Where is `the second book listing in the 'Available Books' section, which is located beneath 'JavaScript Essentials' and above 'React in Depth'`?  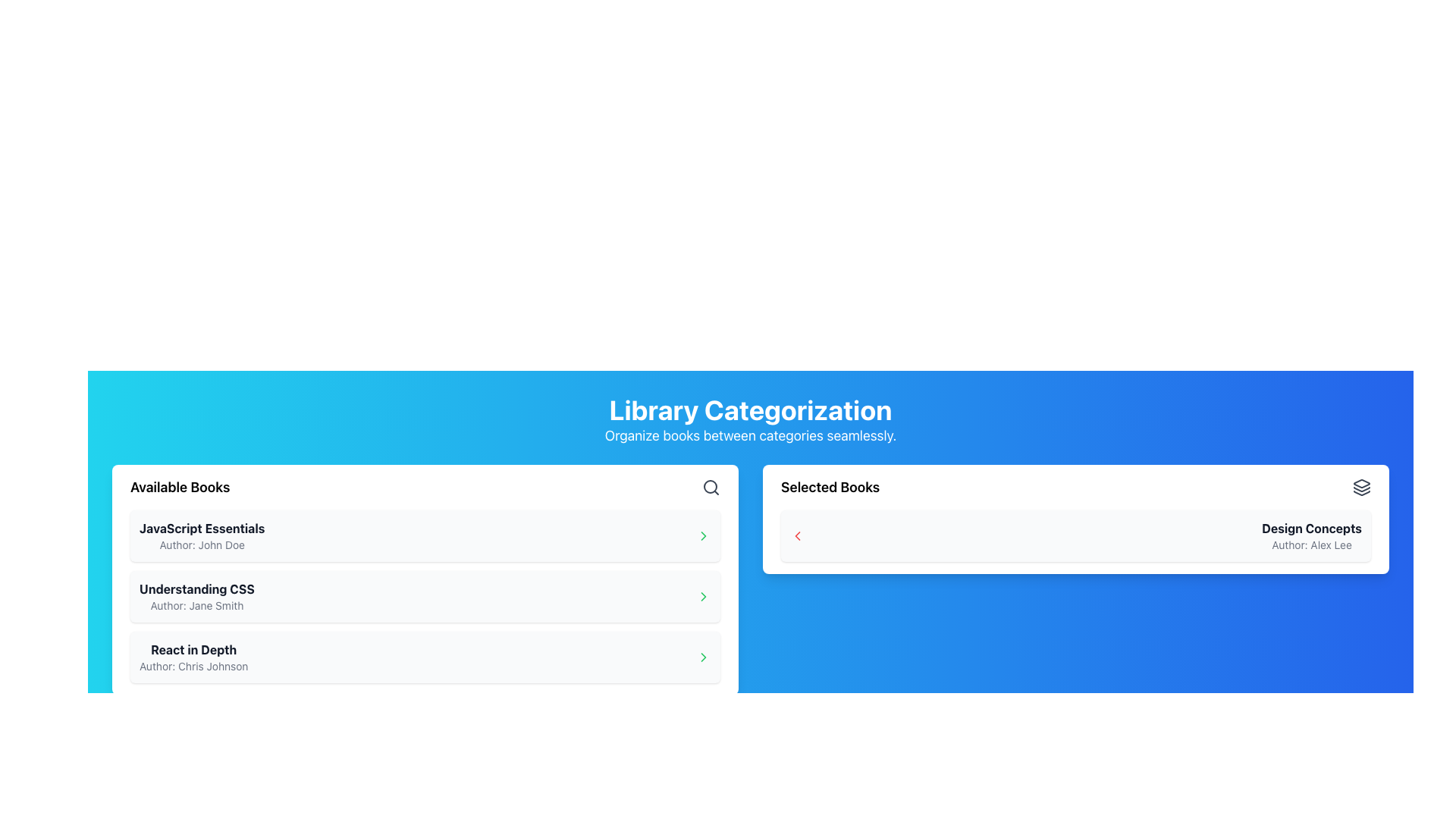 the second book listing in the 'Available Books' section, which is located beneath 'JavaScript Essentials' and above 'React in Depth' is located at coordinates (196, 595).